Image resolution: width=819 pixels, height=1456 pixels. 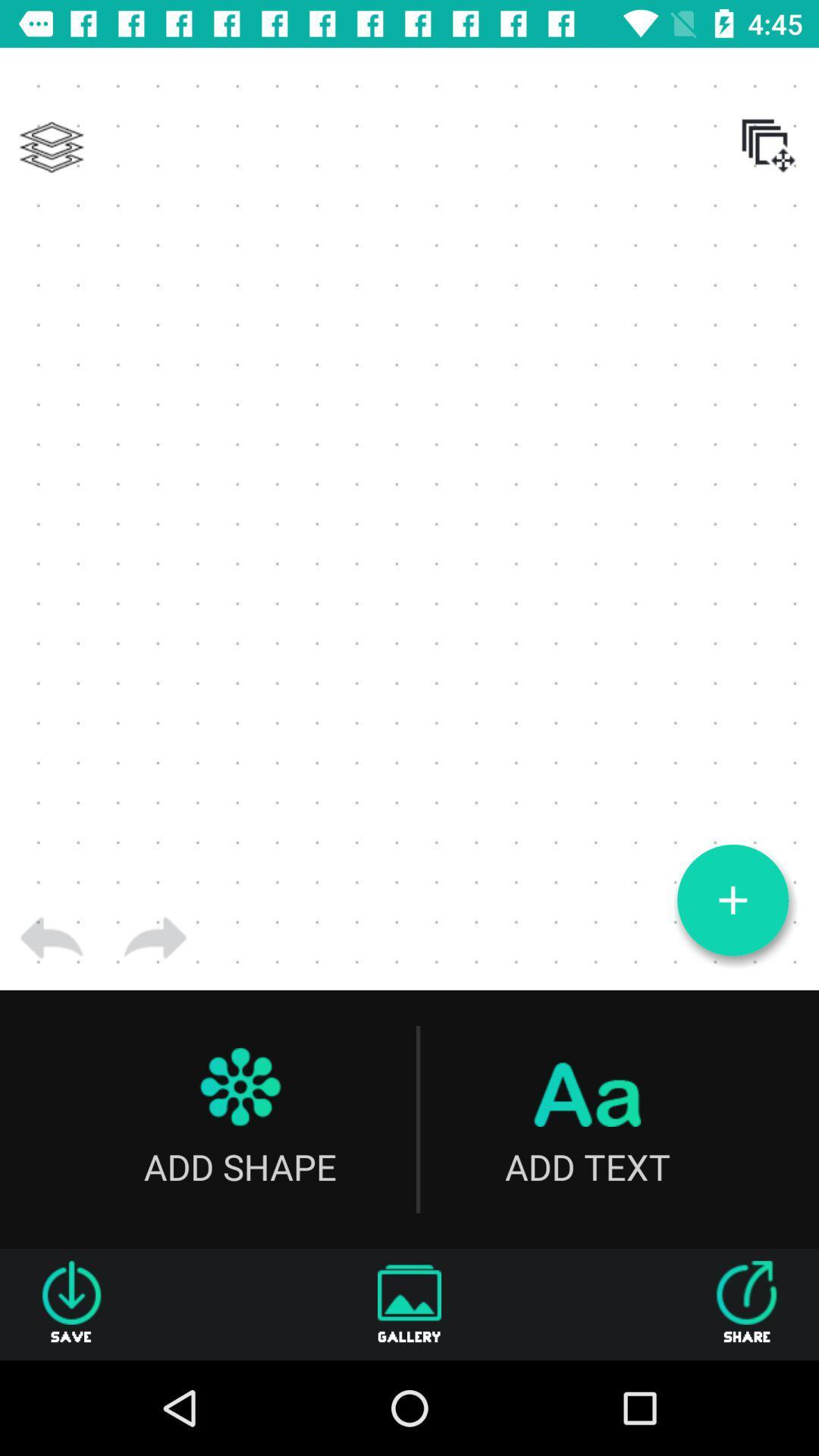 I want to click on the icon to the left of the gallery, so click(x=71, y=1304).